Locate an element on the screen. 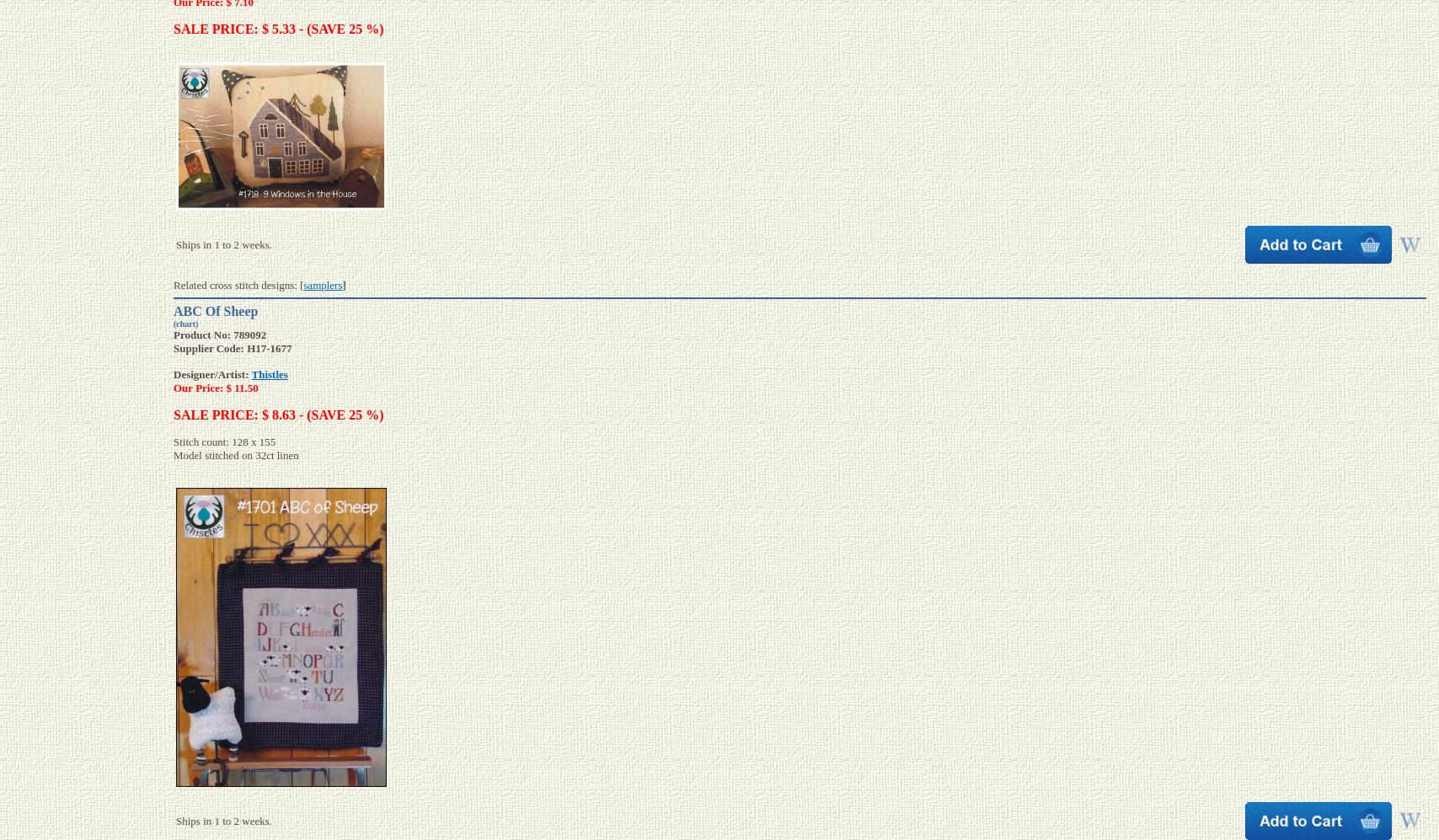 The width and height of the screenshot is (1439, 840). 'Thistles' is located at coordinates (269, 373).